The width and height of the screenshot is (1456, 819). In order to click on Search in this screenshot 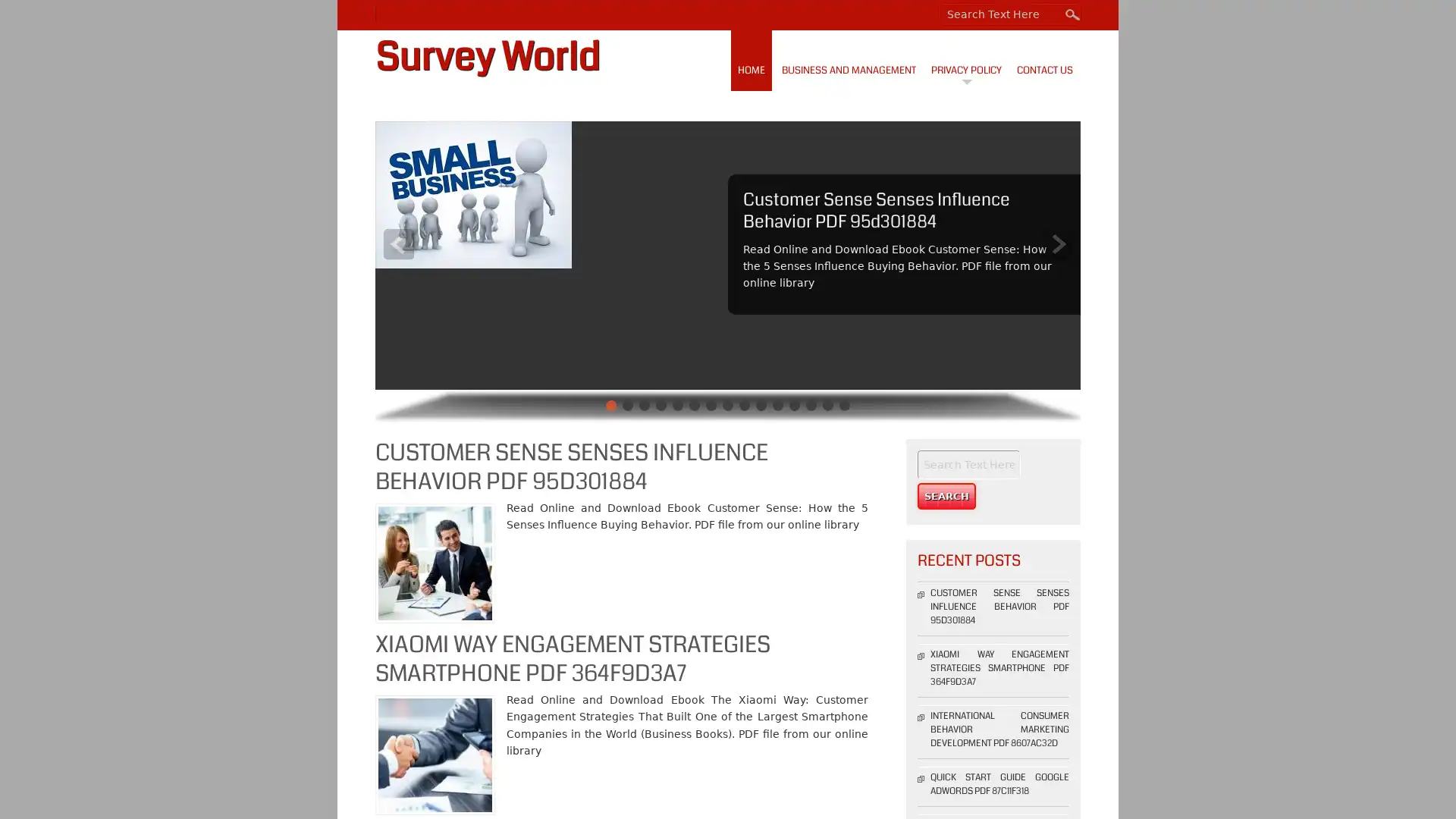, I will do `click(946, 496)`.